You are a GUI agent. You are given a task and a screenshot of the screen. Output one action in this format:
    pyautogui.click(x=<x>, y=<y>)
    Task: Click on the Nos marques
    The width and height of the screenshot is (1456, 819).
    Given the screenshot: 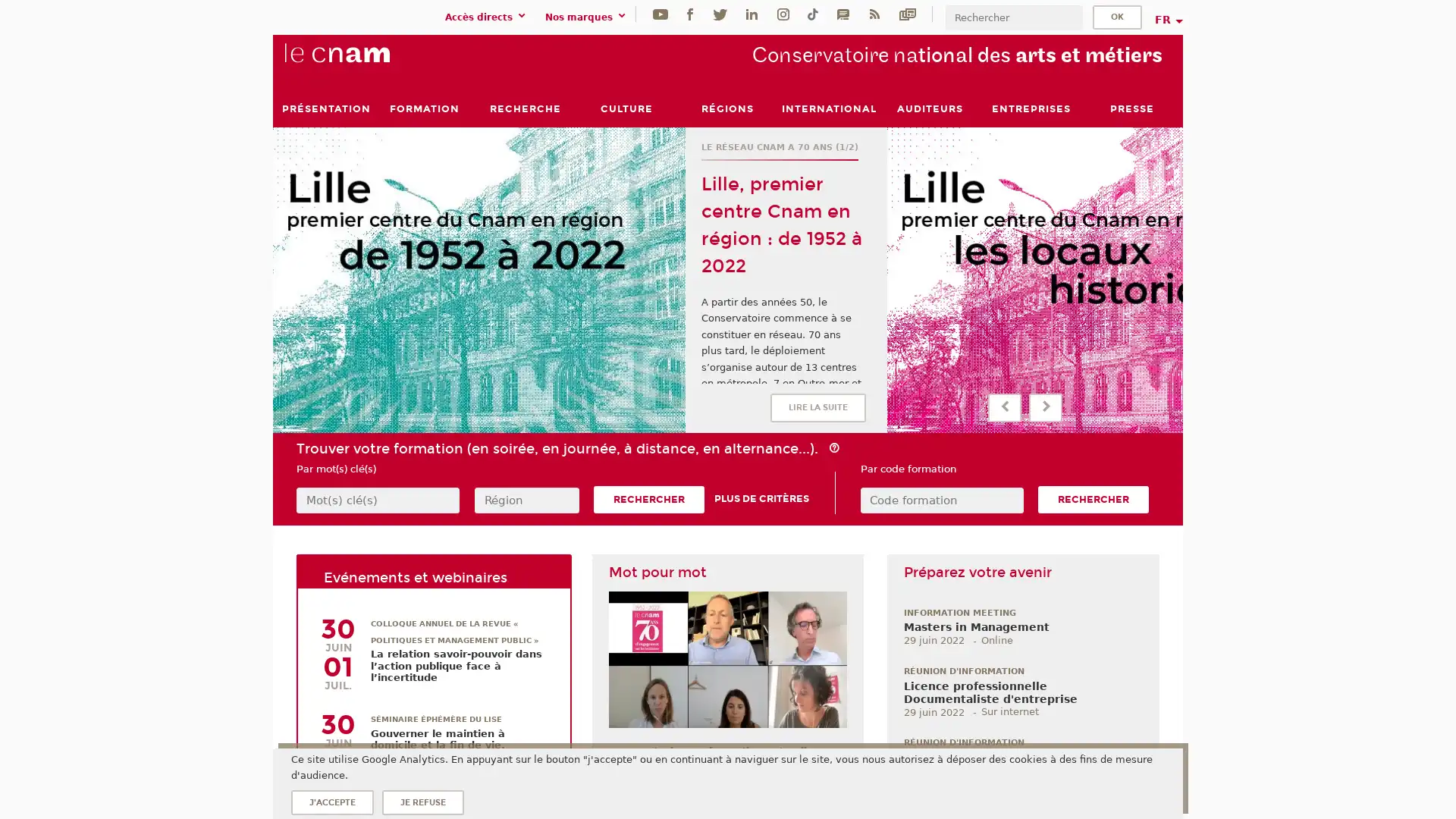 What is the action you would take?
    pyautogui.click(x=587, y=17)
    